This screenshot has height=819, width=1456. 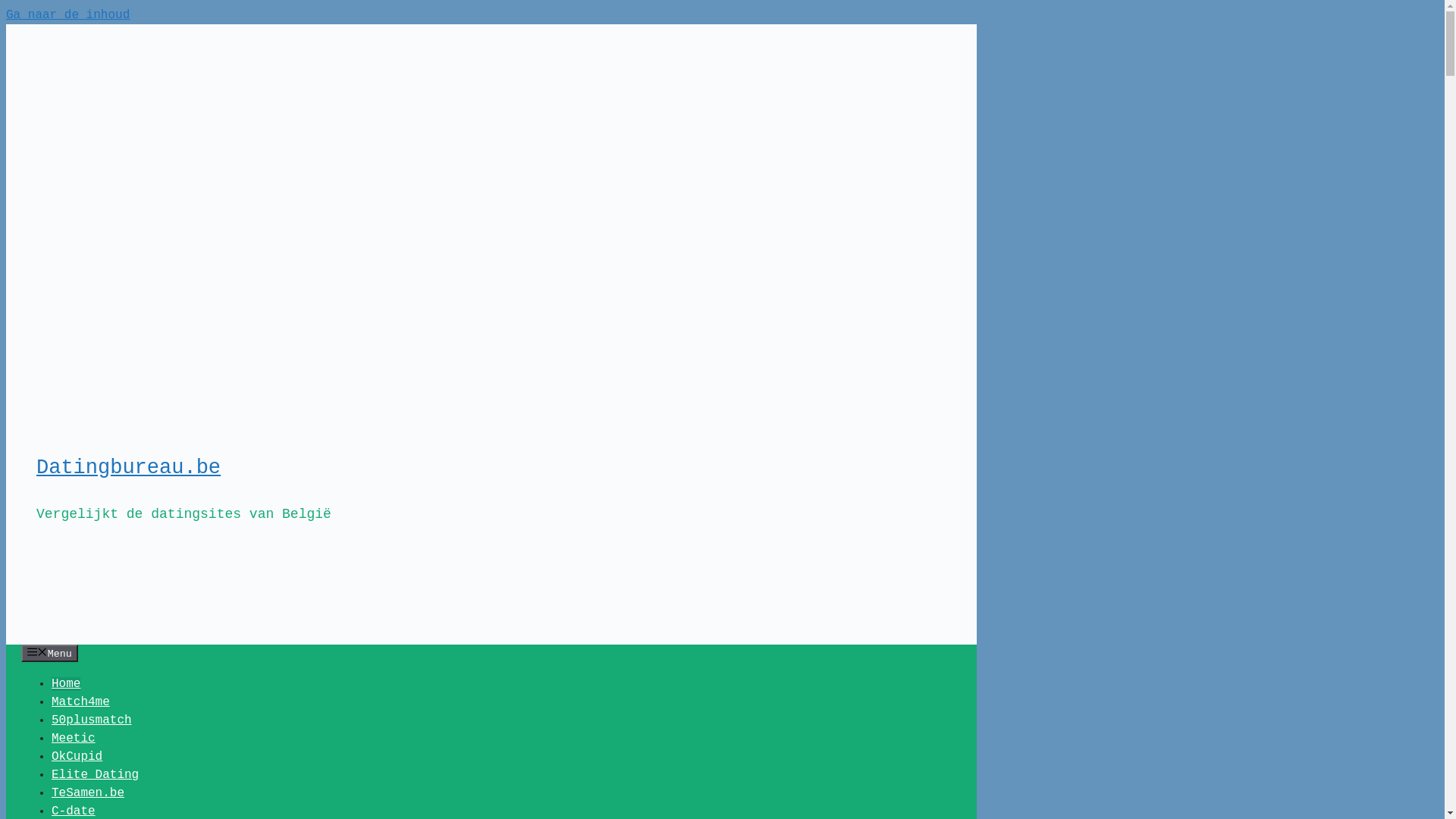 I want to click on 'Datingbureau.be', so click(x=128, y=467).